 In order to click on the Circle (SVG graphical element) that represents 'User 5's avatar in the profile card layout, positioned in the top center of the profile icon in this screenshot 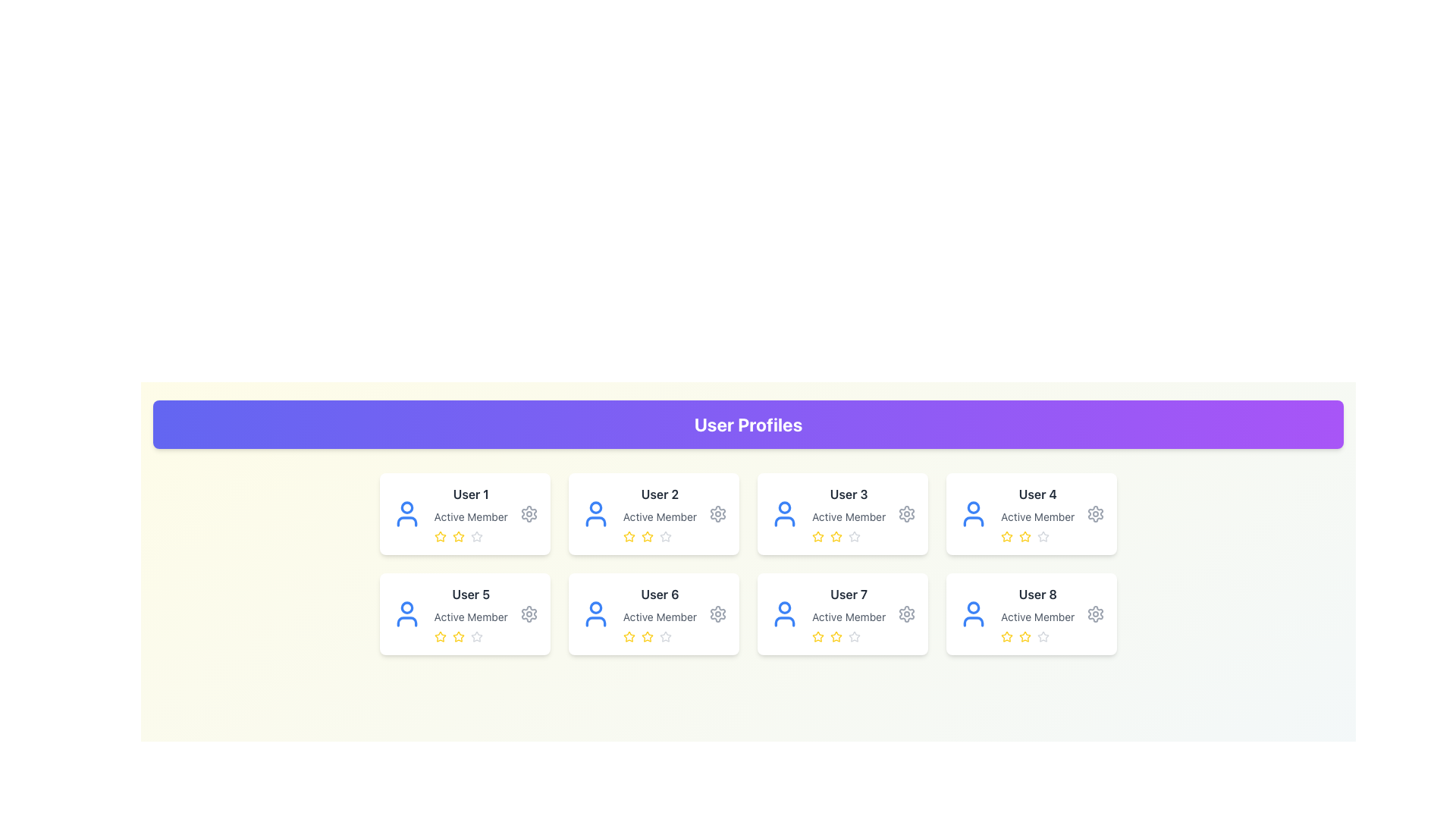, I will do `click(406, 607)`.